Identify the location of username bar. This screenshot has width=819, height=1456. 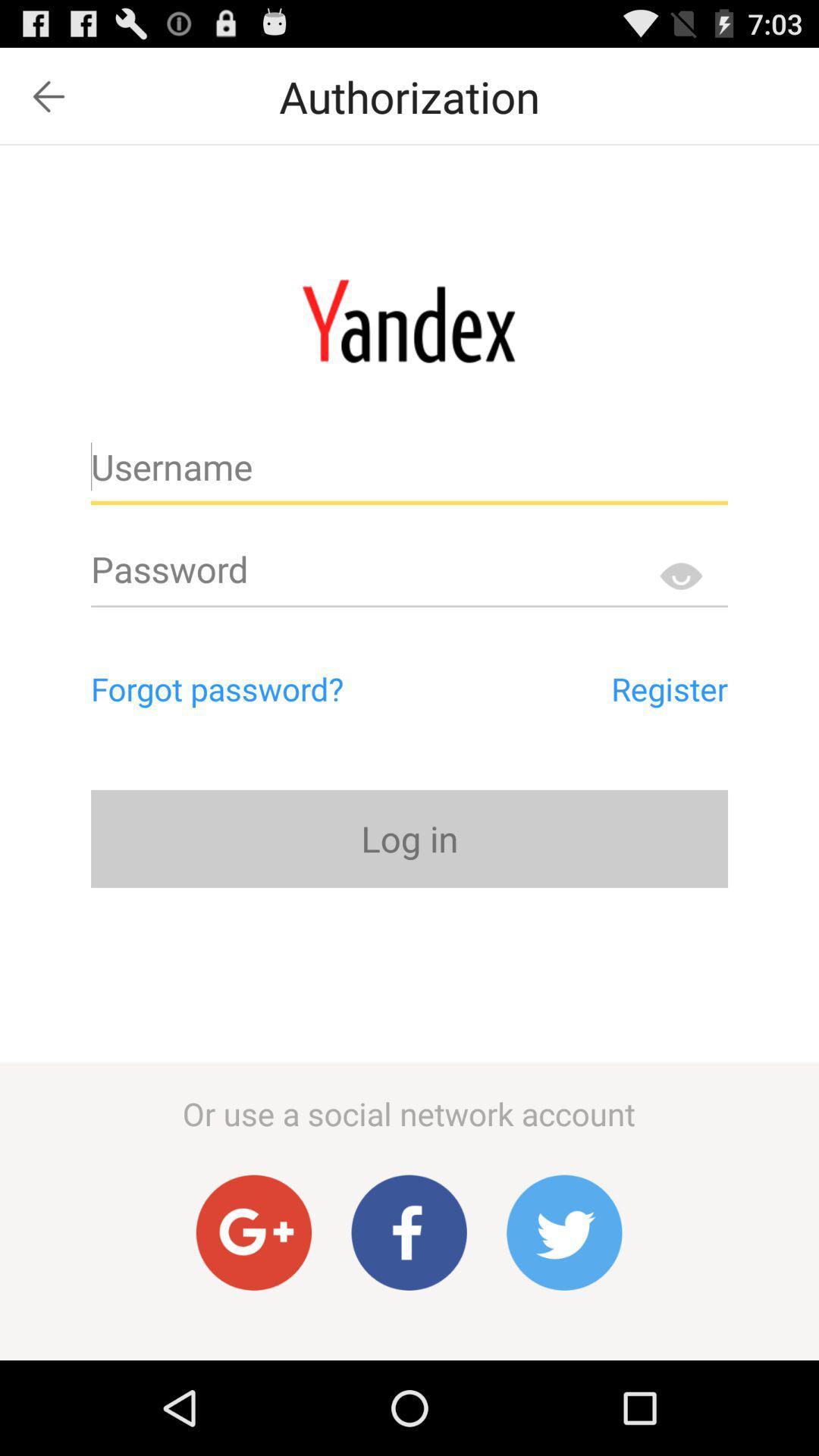
(409, 472).